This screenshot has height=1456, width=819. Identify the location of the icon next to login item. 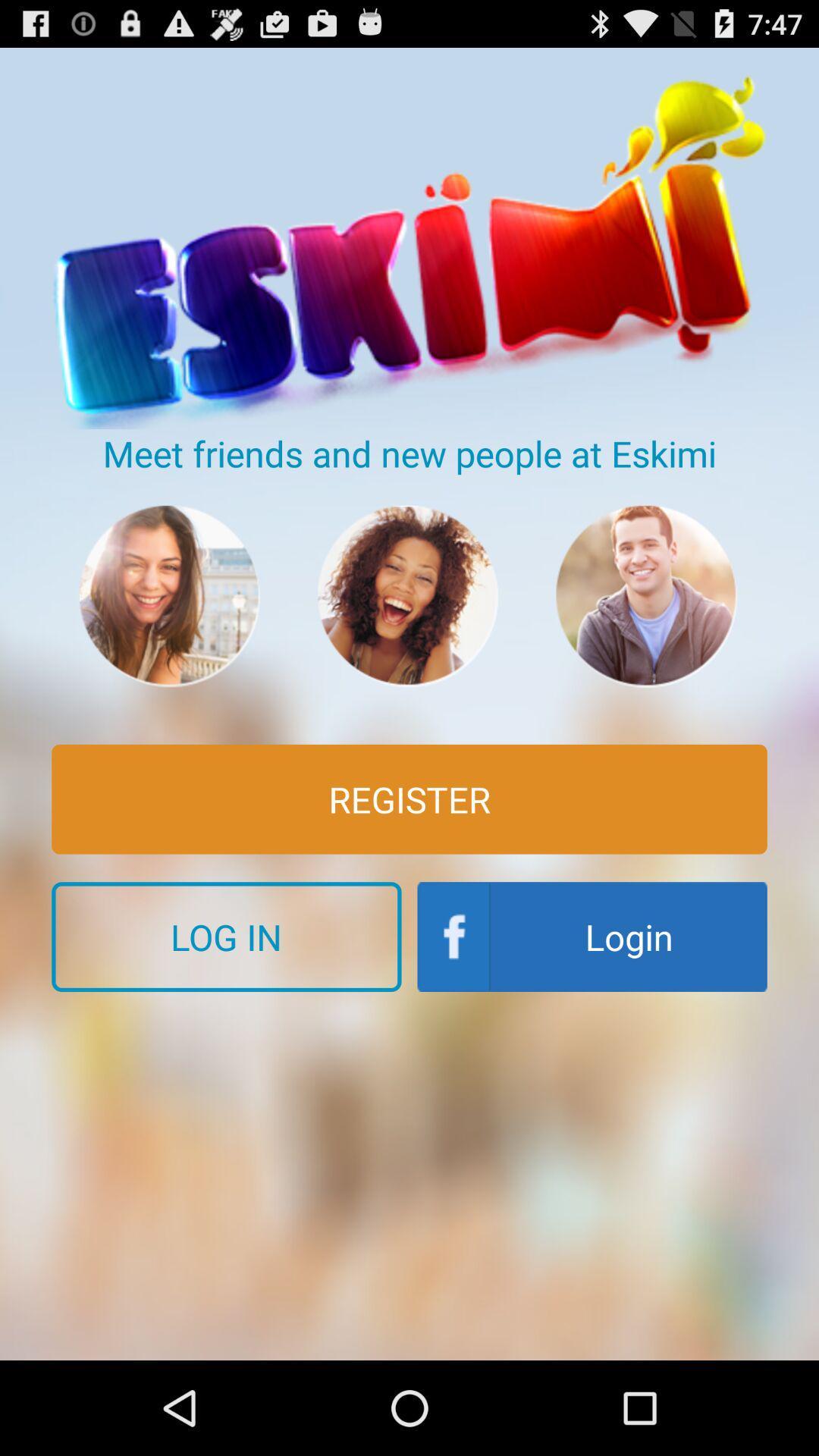
(226, 936).